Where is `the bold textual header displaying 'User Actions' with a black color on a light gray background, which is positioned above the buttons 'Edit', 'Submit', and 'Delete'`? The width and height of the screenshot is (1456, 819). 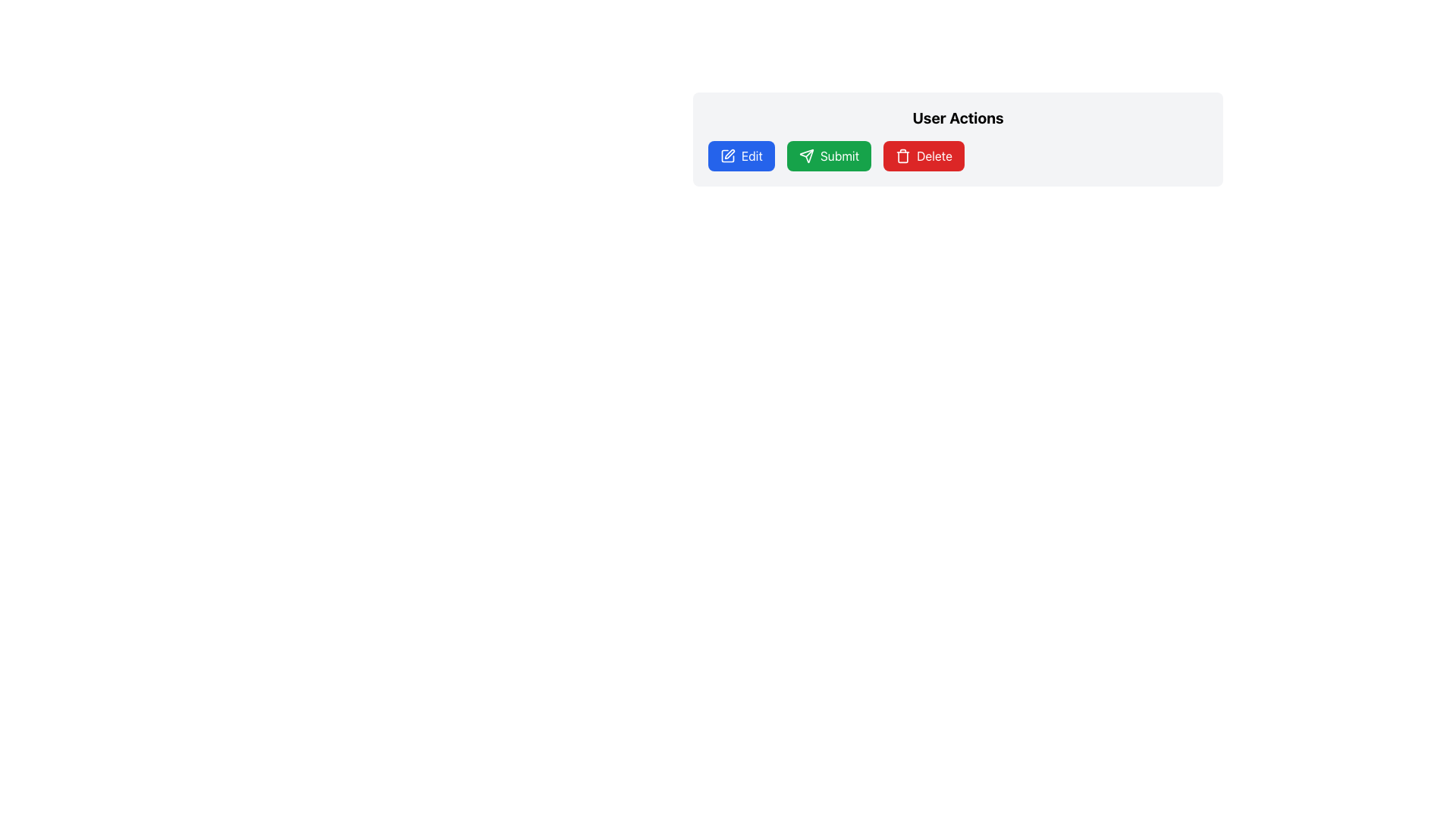 the bold textual header displaying 'User Actions' with a black color on a light gray background, which is positioned above the buttons 'Edit', 'Submit', and 'Delete' is located at coordinates (957, 117).